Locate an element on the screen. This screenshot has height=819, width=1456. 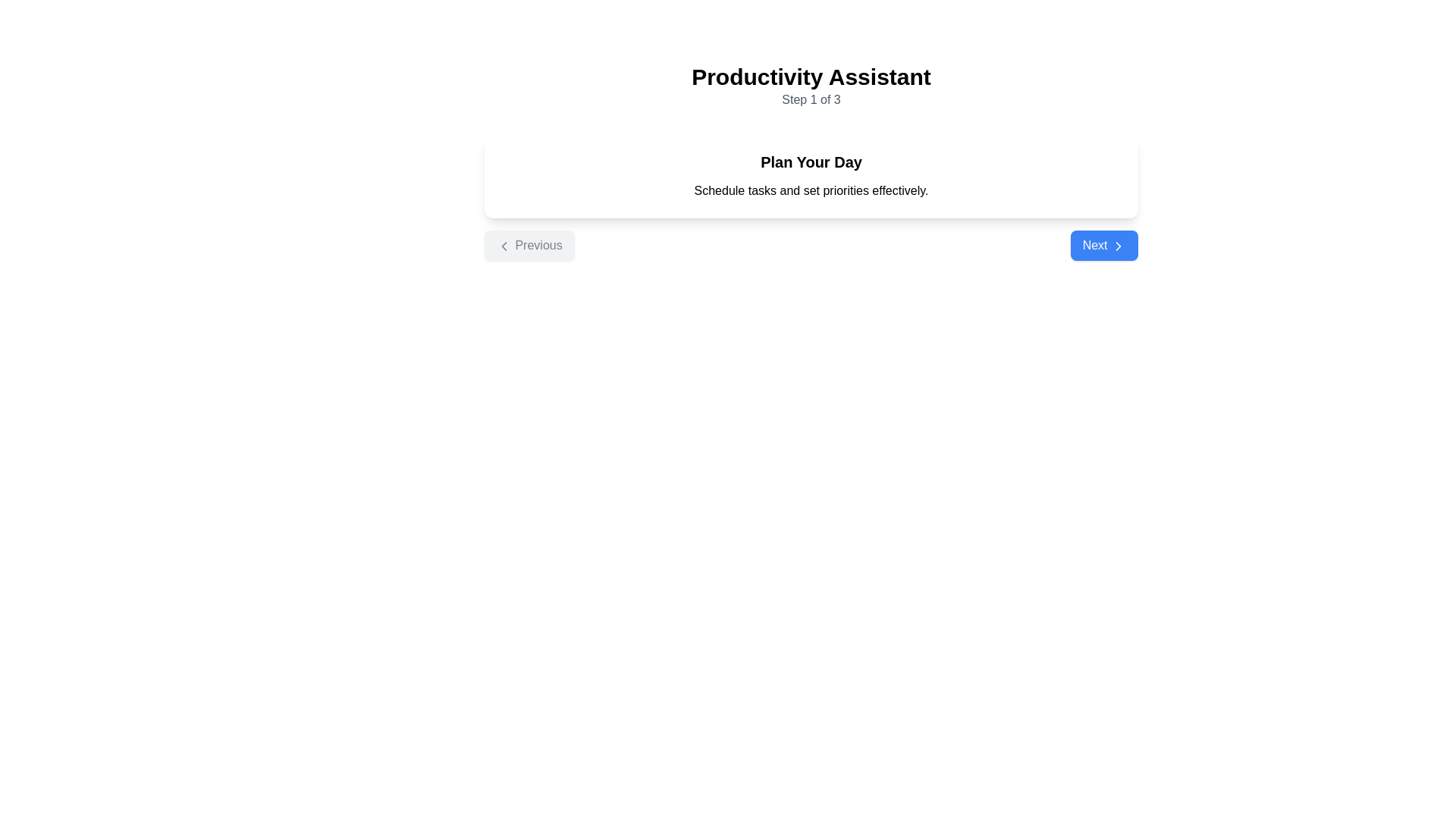
the navigation button that allows the user to return to the previous step or page in the sequential flow is located at coordinates (529, 245).